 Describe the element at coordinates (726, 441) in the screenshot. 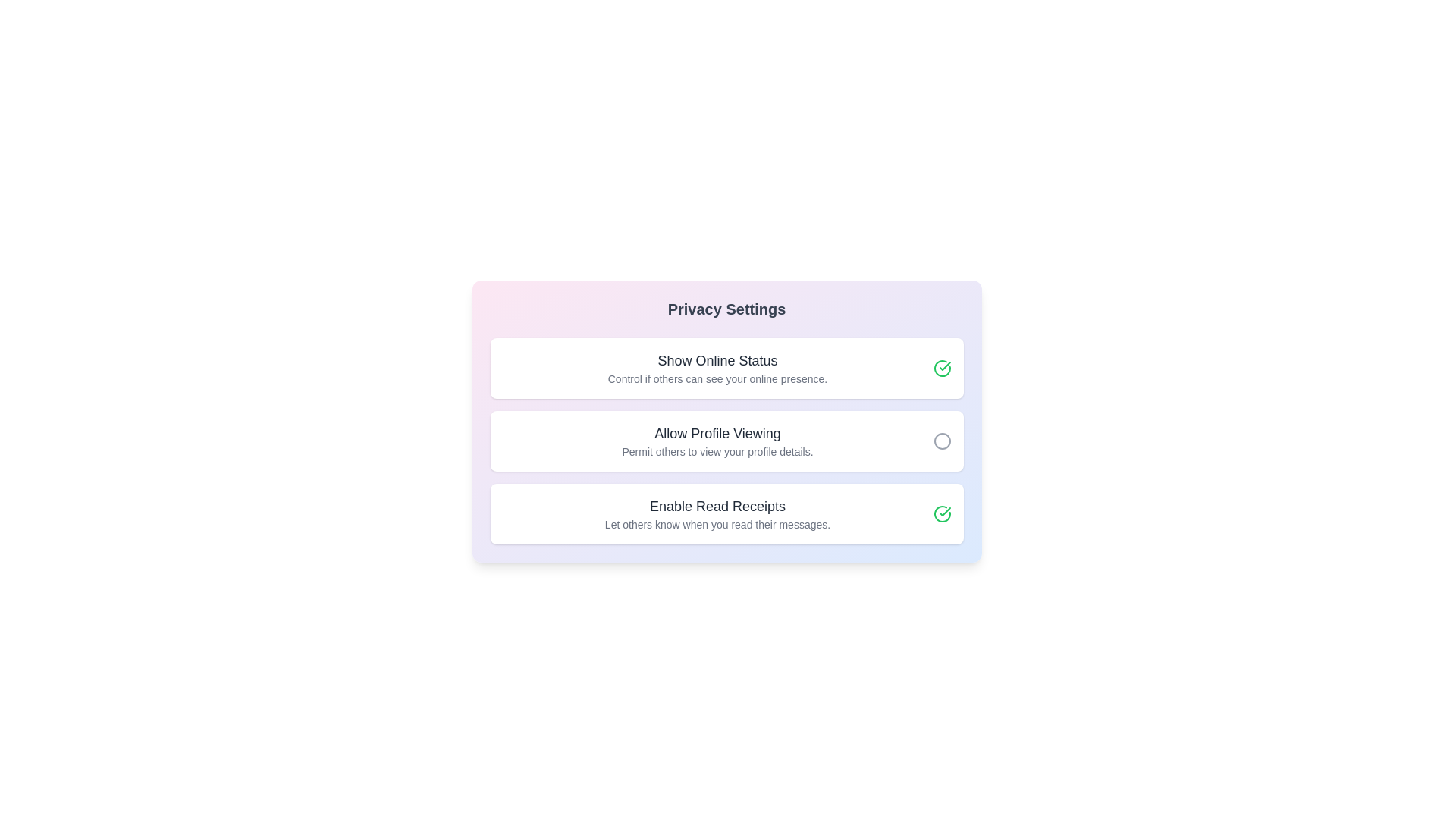

I see `the option element Allow Profile Viewing to inspect its hover state` at that location.